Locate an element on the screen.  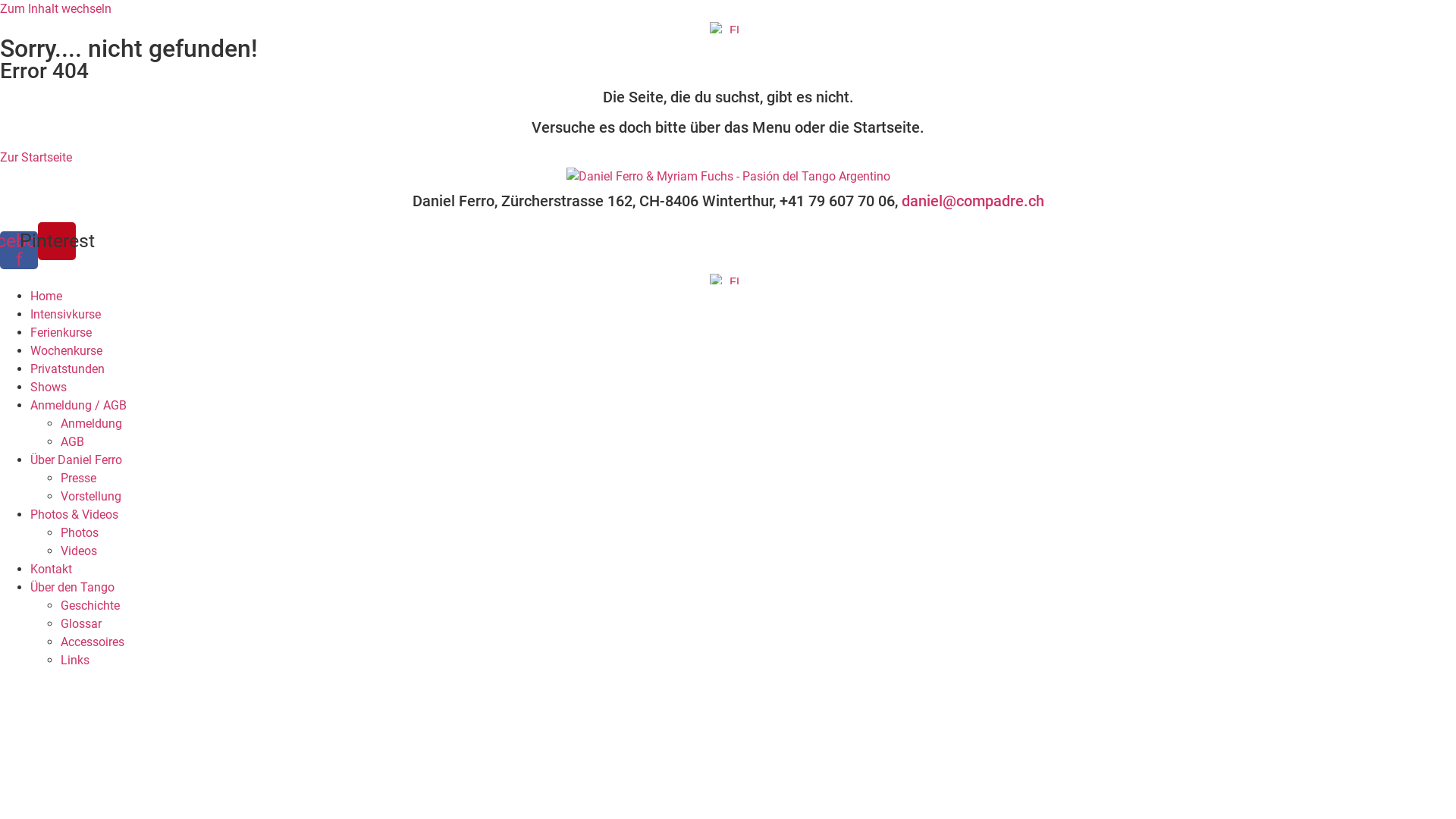
'Ferienkurse' is located at coordinates (61, 331).